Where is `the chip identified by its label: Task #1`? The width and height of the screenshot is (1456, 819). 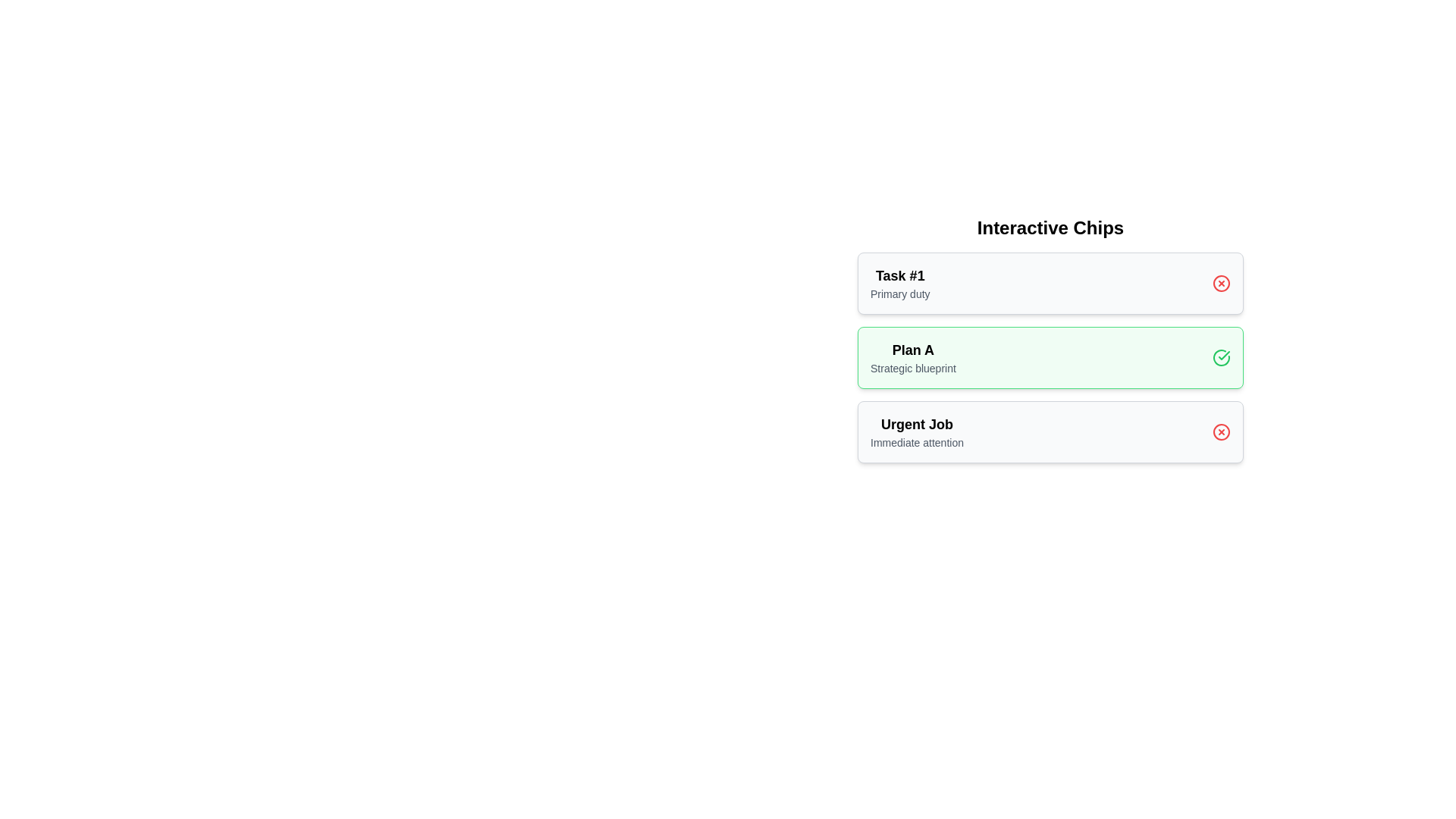 the chip identified by its label: Task #1 is located at coordinates (1222, 284).